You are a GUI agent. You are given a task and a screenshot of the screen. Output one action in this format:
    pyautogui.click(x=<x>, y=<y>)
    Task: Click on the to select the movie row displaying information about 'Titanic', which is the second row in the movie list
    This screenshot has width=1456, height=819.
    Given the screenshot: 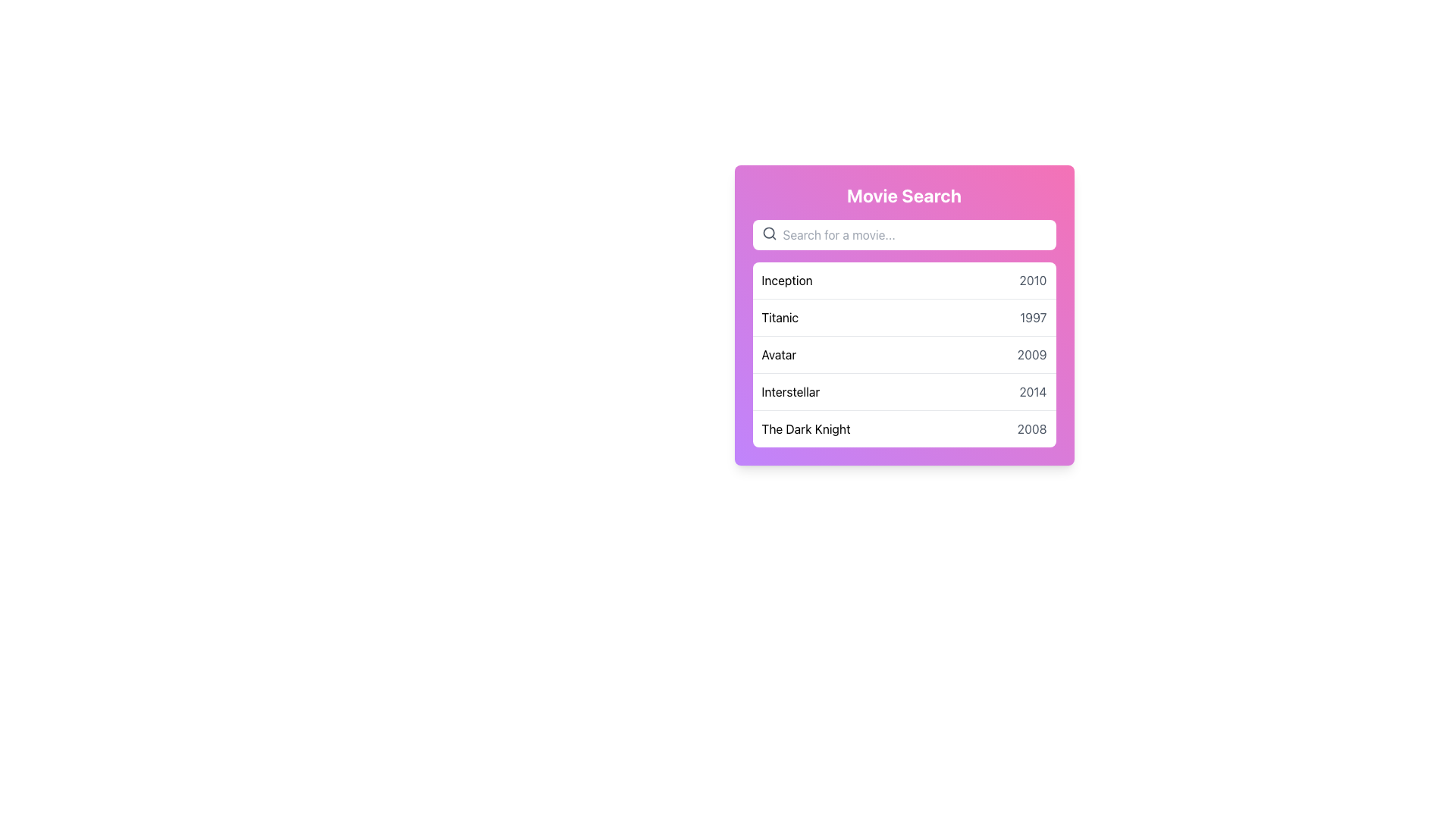 What is the action you would take?
    pyautogui.click(x=904, y=316)
    